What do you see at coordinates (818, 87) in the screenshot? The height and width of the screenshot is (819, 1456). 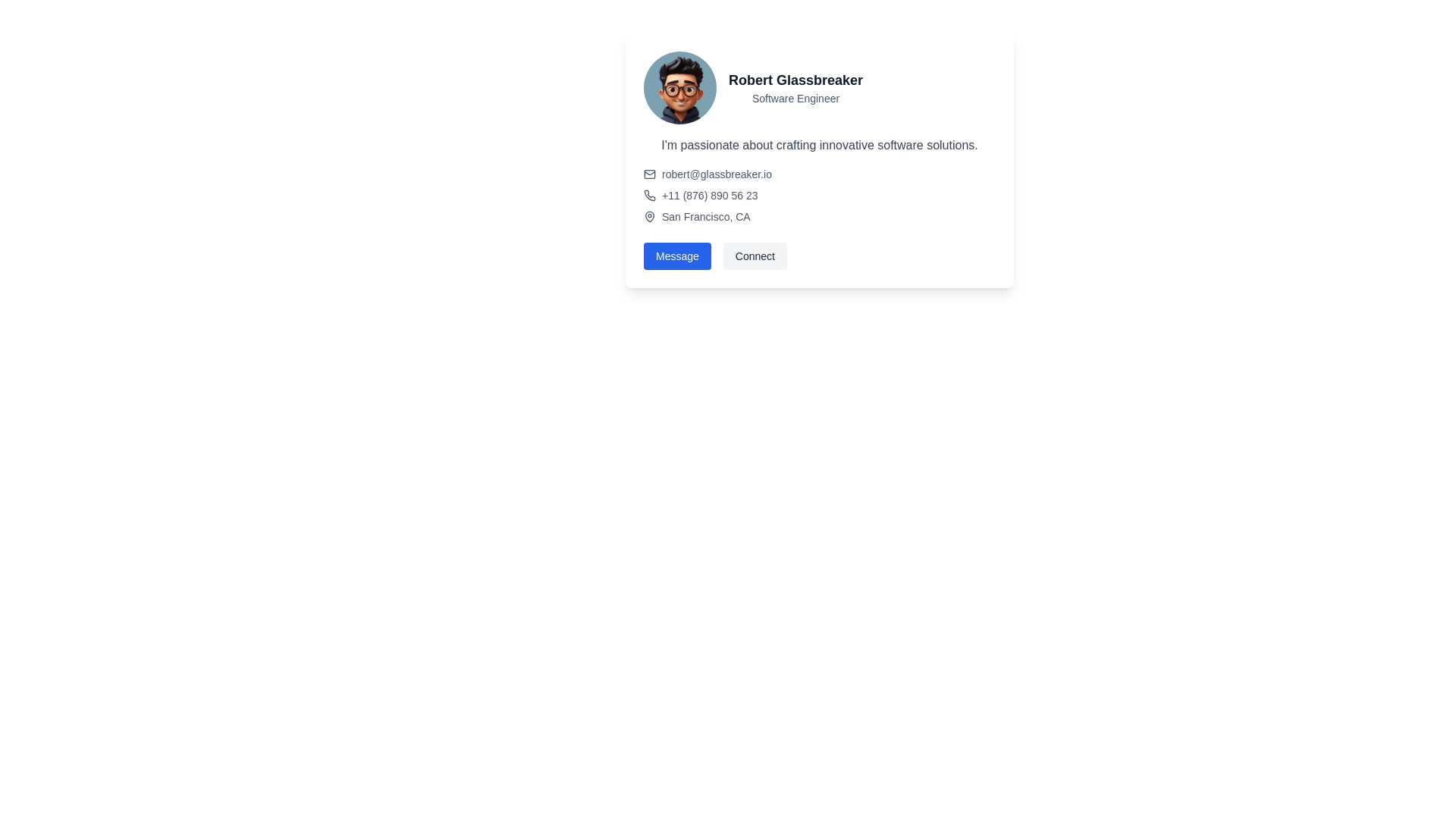 I see `the header section containing the profile picture and textual information` at bounding box center [818, 87].